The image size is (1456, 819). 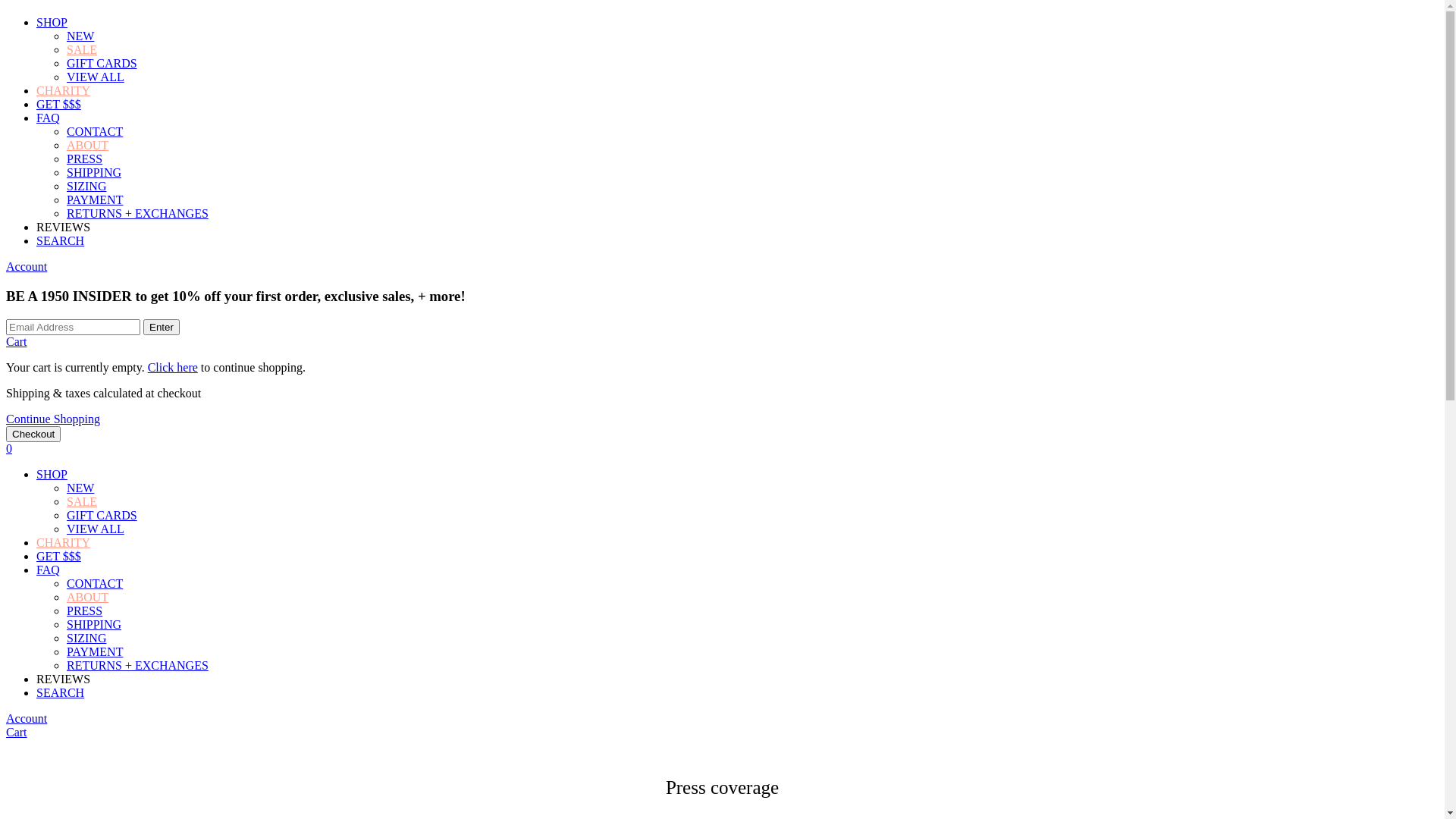 What do you see at coordinates (83, 158) in the screenshot?
I see `'PRESS'` at bounding box center [83, 158].